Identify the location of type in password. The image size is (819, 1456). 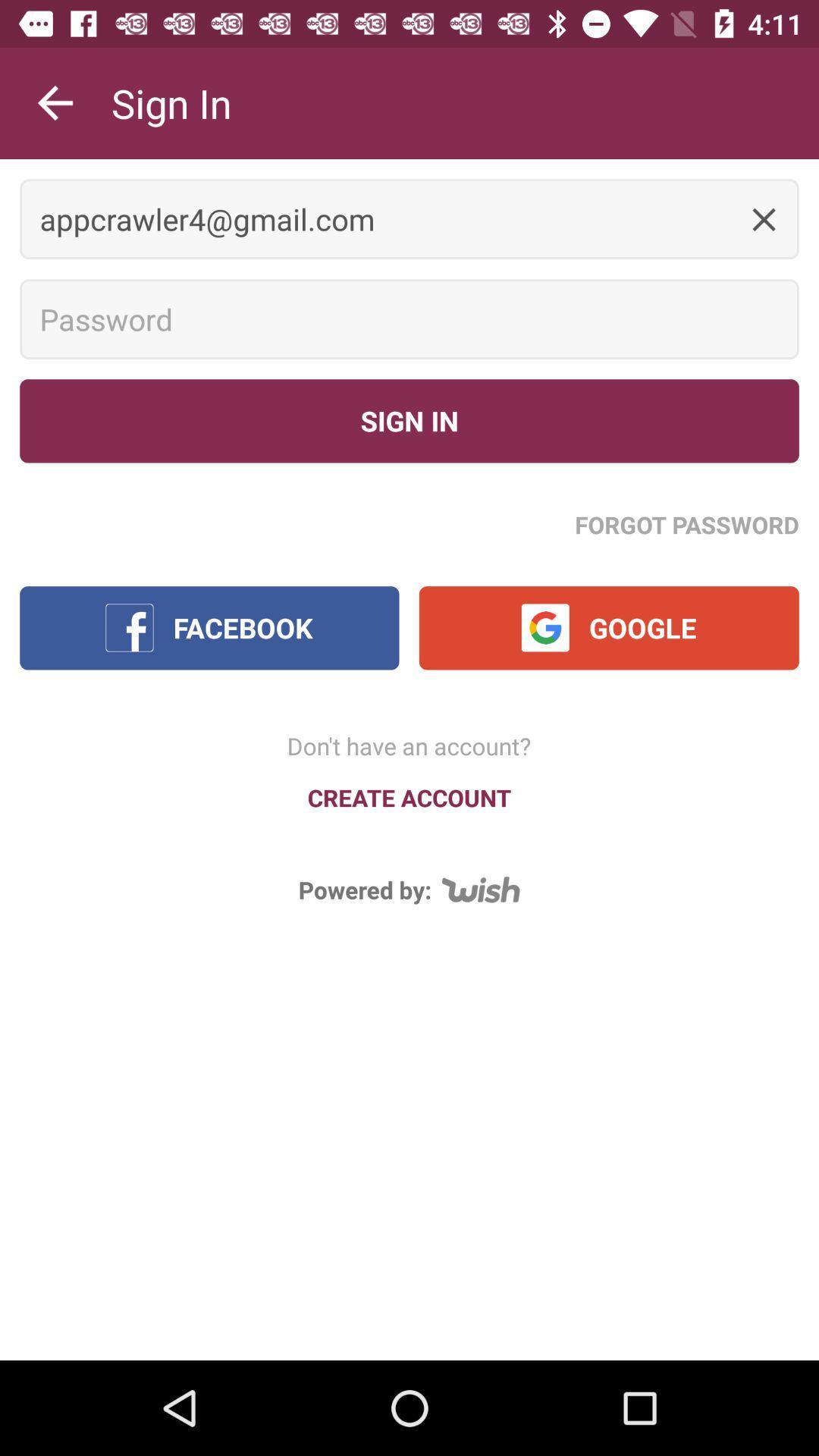
(409, 318).